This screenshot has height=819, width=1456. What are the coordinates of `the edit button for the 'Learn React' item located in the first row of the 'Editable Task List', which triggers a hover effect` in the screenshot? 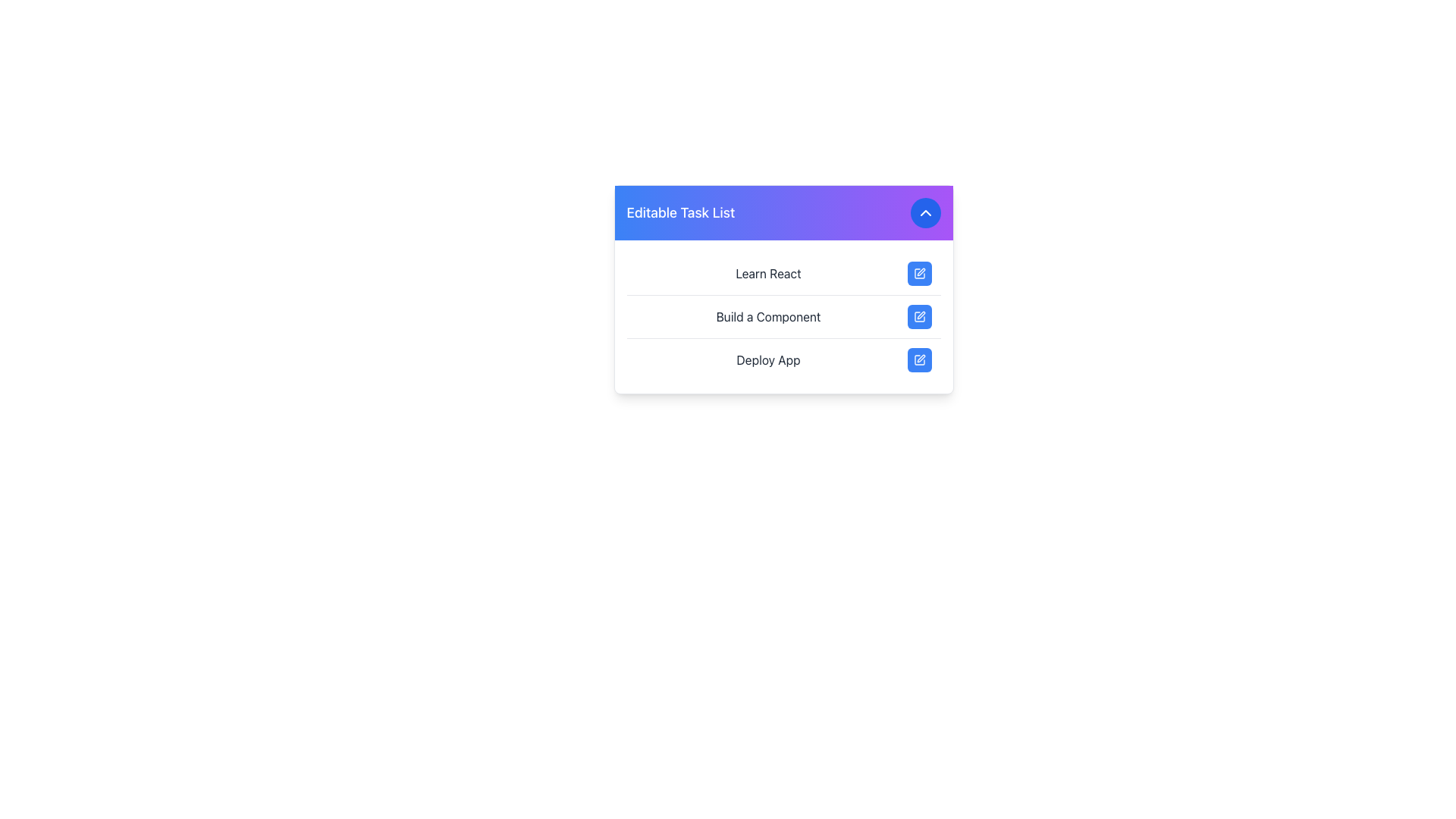 It's located at (918, 274).